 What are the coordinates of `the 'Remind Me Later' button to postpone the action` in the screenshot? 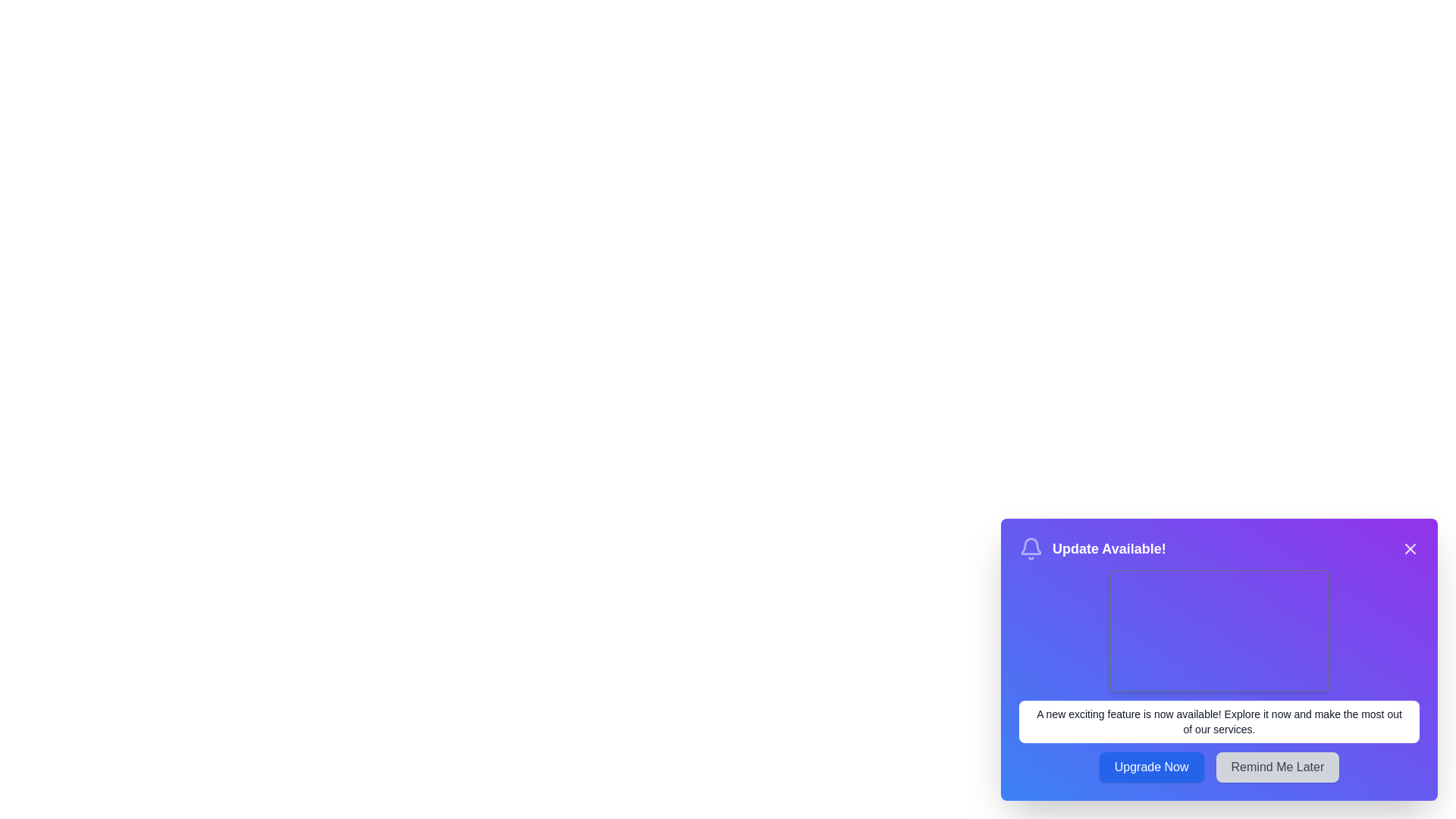 It's located at (1276, 767).